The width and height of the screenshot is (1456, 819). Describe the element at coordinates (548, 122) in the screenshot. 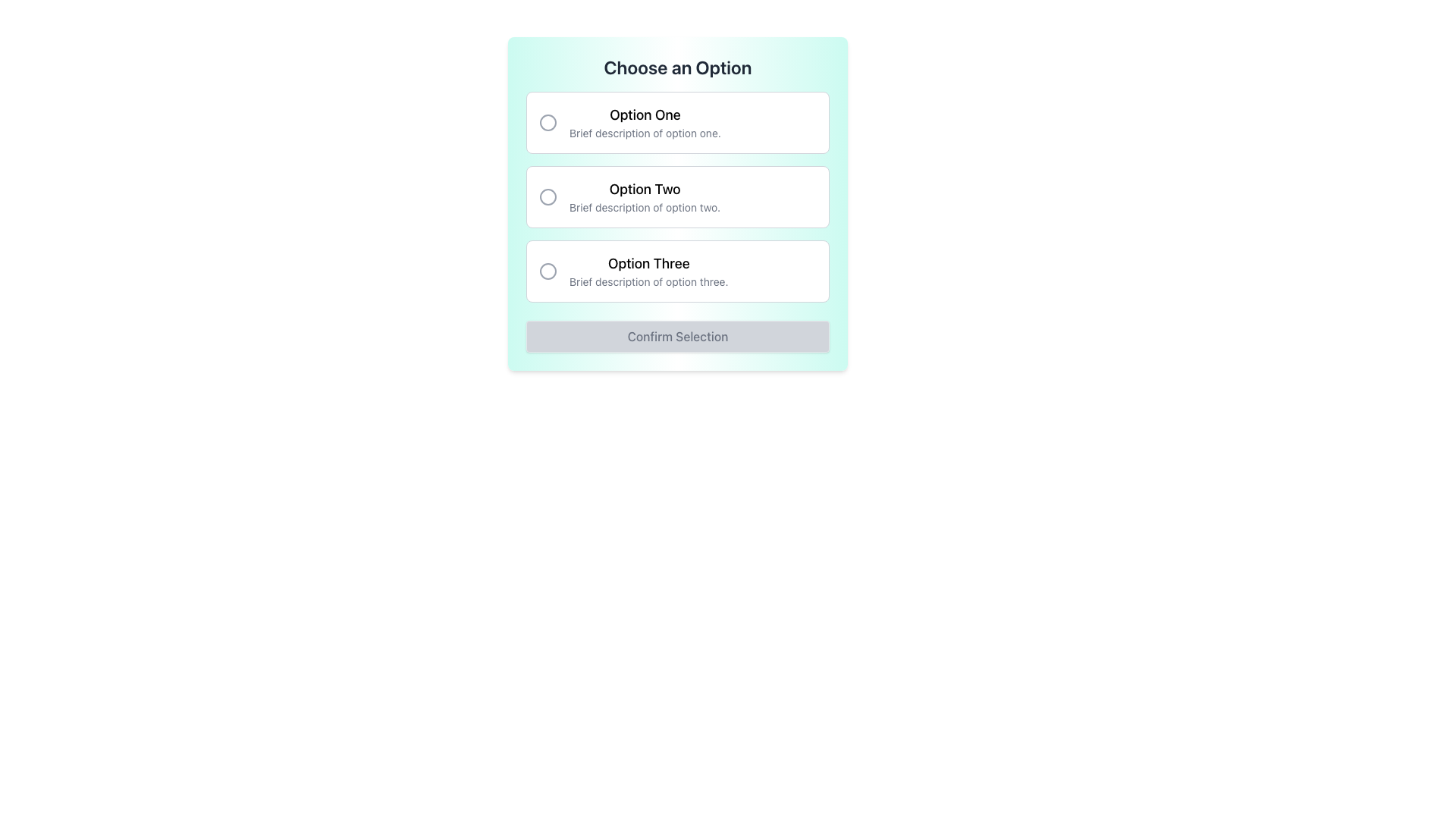

I see `the Radio Button Indicator located on the left-hand side of the card titled 'Option One' in the top card among a set of three cards` at that location.